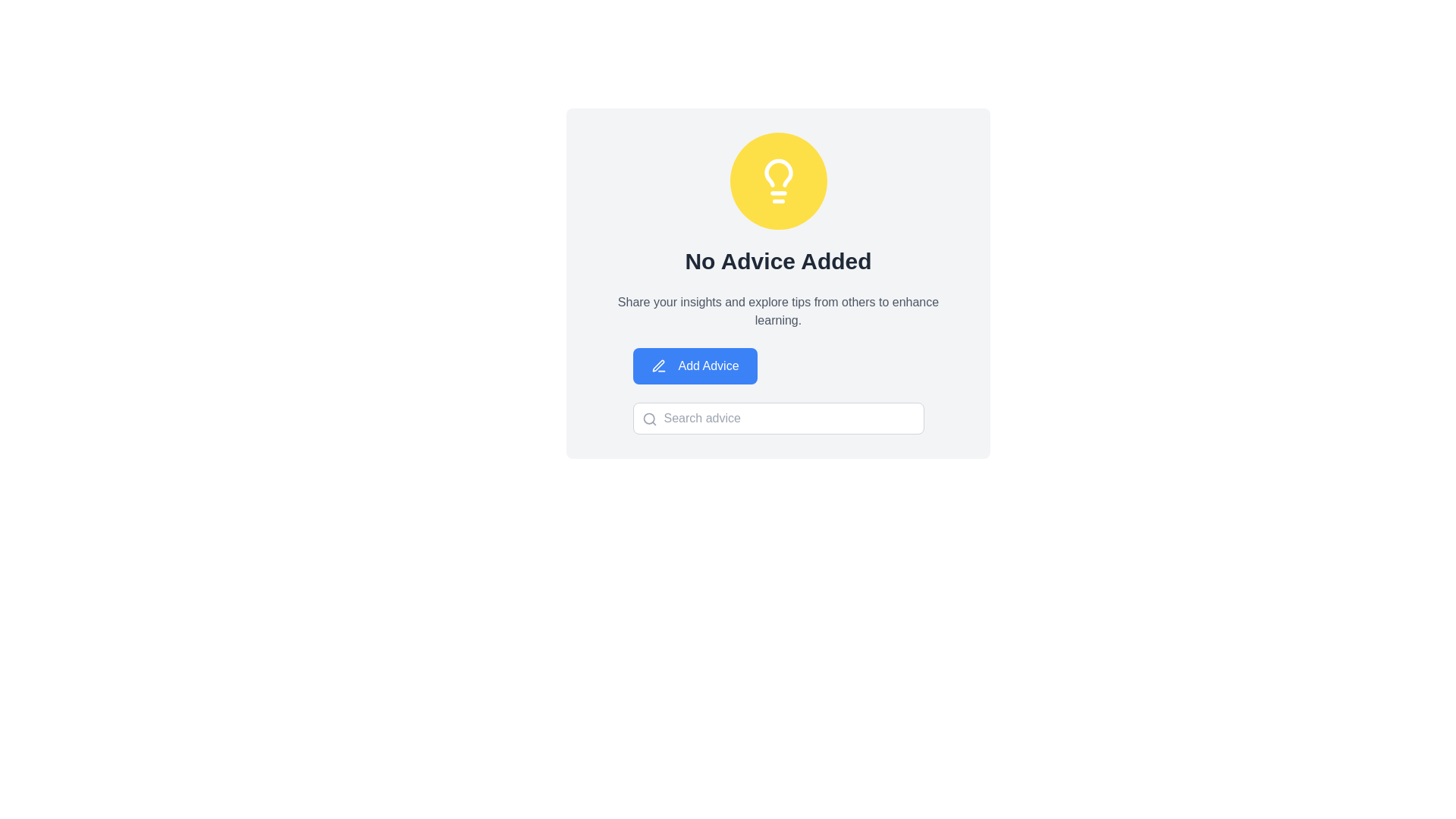  Describe the element at coordinates (778, 180) in the screenshot. I see `the circular lightbulb icon button with a bright yellow background, located above the 'No Advice Added' text` at that location.